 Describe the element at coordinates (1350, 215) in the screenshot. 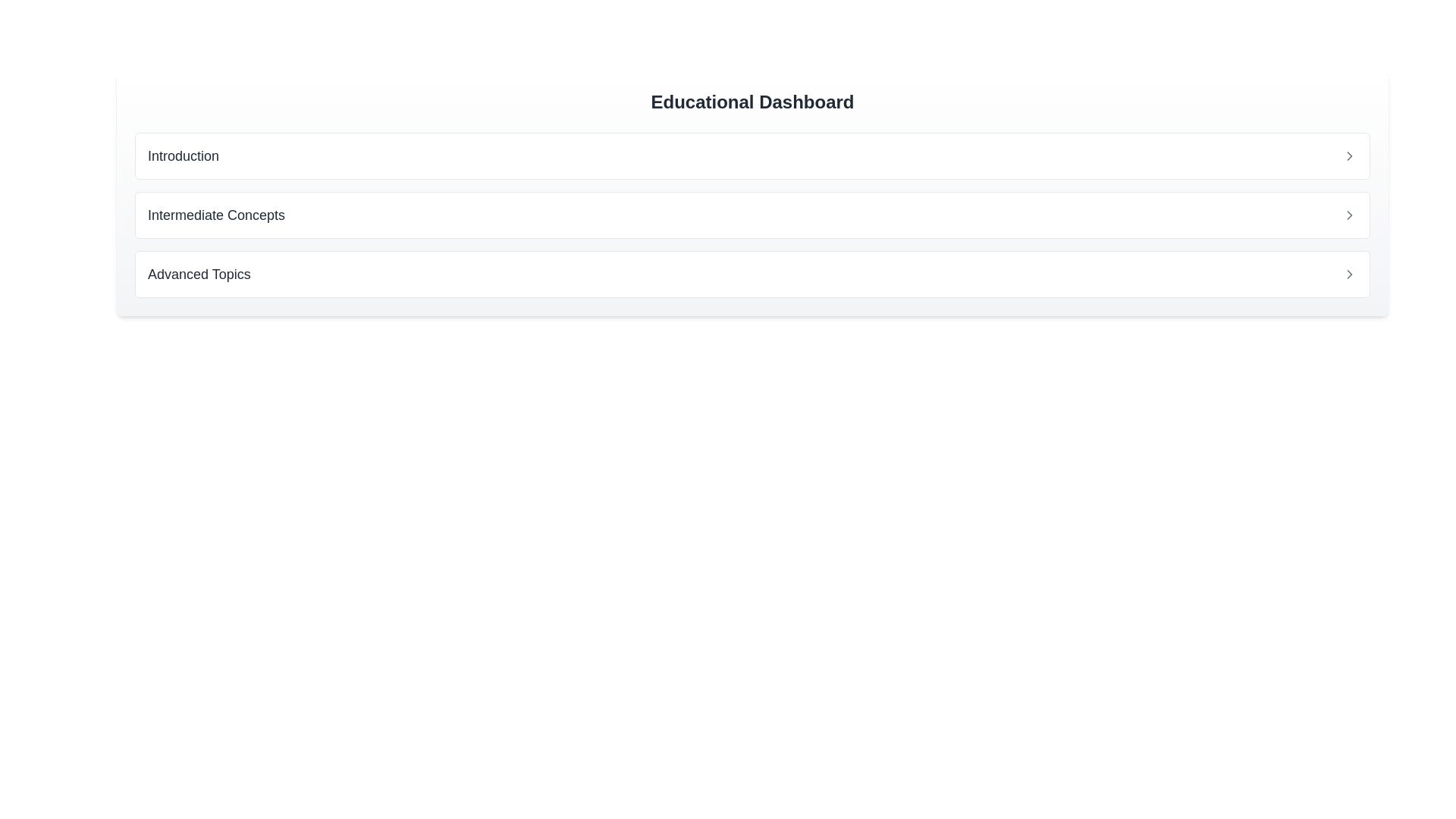

I see `the rightward pointing chevron icon with a gray stroke adjacent to the 'Intermediate Concepts' label to proceed` at that location.